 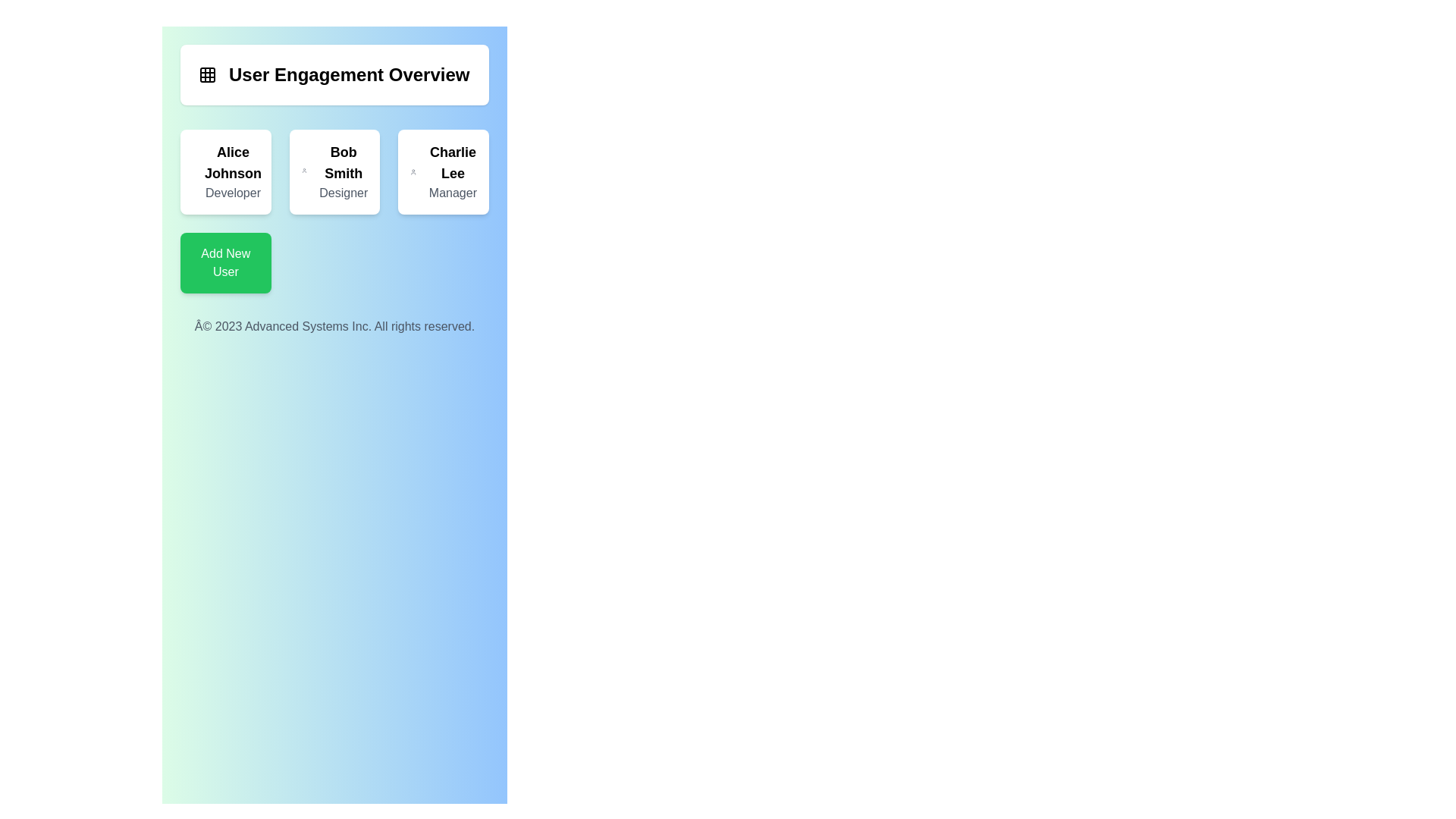 What do you see at coordinates (206, 75) in the screenshot?
I see `the central square of the 3x3 grid icon in the top header section, which is visually aligned with the 'User Engagement Overview' label` at bounding box center [206, 75].